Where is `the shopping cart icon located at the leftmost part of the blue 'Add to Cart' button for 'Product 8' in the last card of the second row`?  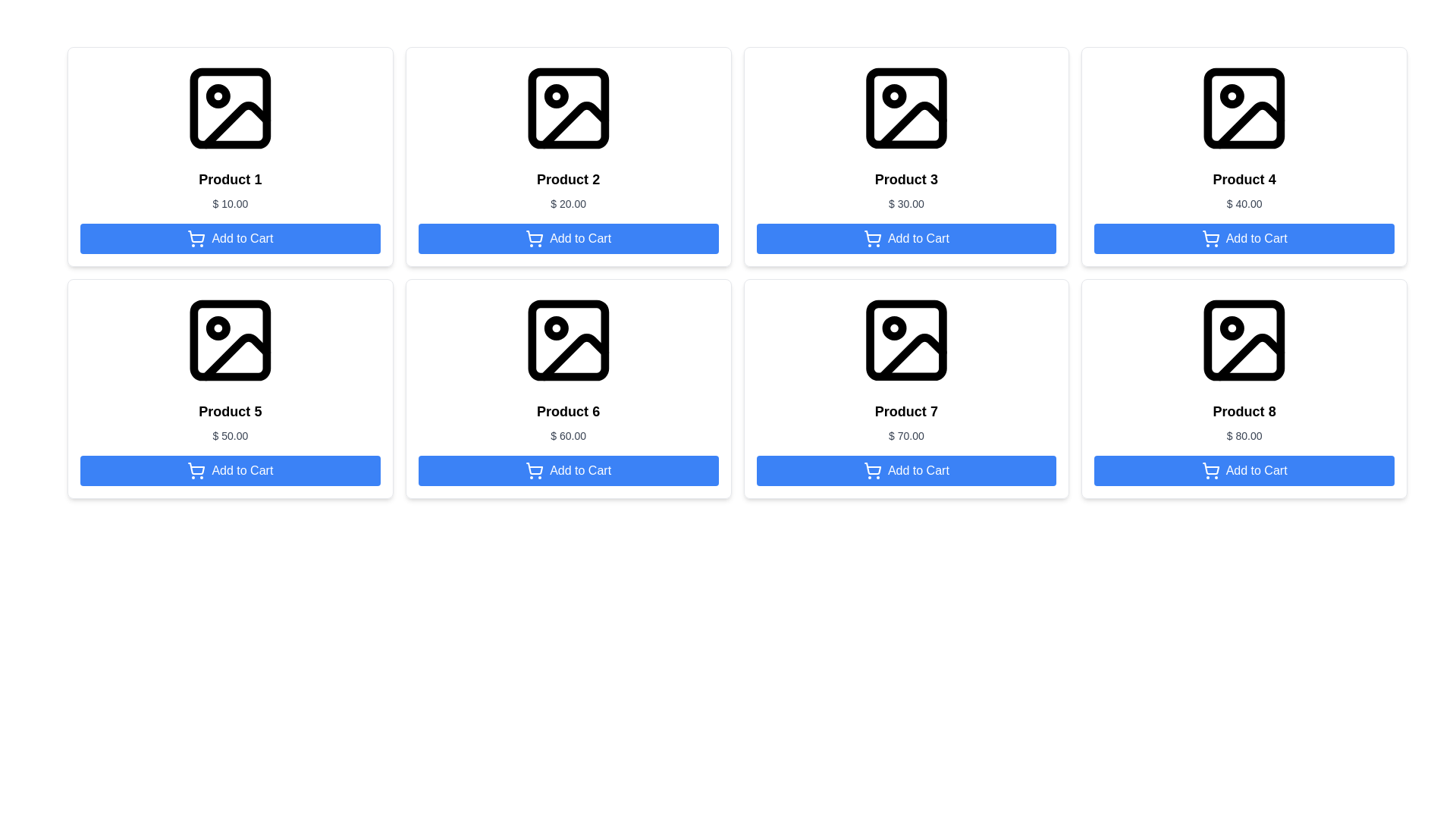 the shopping cart icon located at the leftmost part of the blue 'Add to Cart' button for 'Product 8' in the last card of the second row is located at coordinates (1210, 468).